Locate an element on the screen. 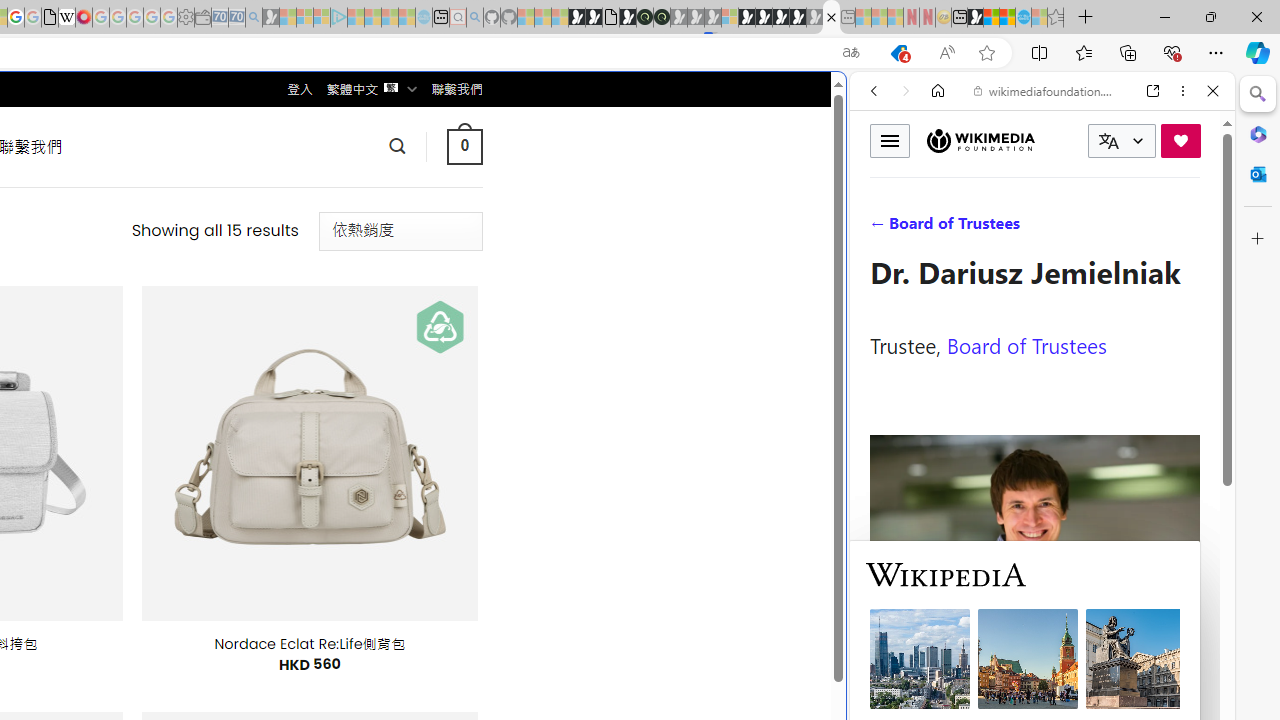 The width and height of the screenshot is (1280, 720). 'MediaWiki' is located at coordinates (82, 17).